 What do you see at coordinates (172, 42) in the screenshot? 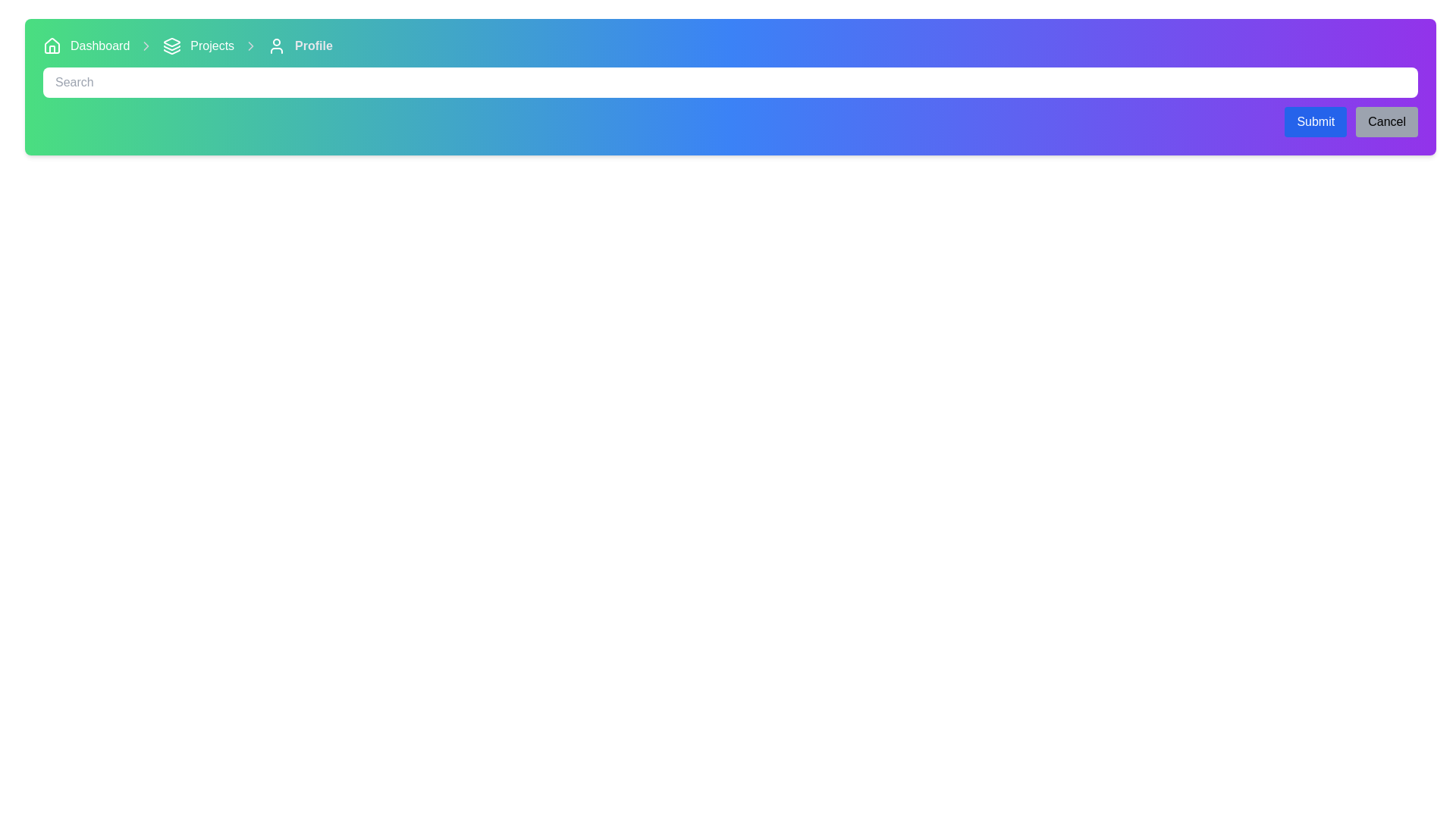
I see `the first stacked layer of the decorative icon located in the header, adjacent to the text 'Projects'` at bounding box center [172, 42].